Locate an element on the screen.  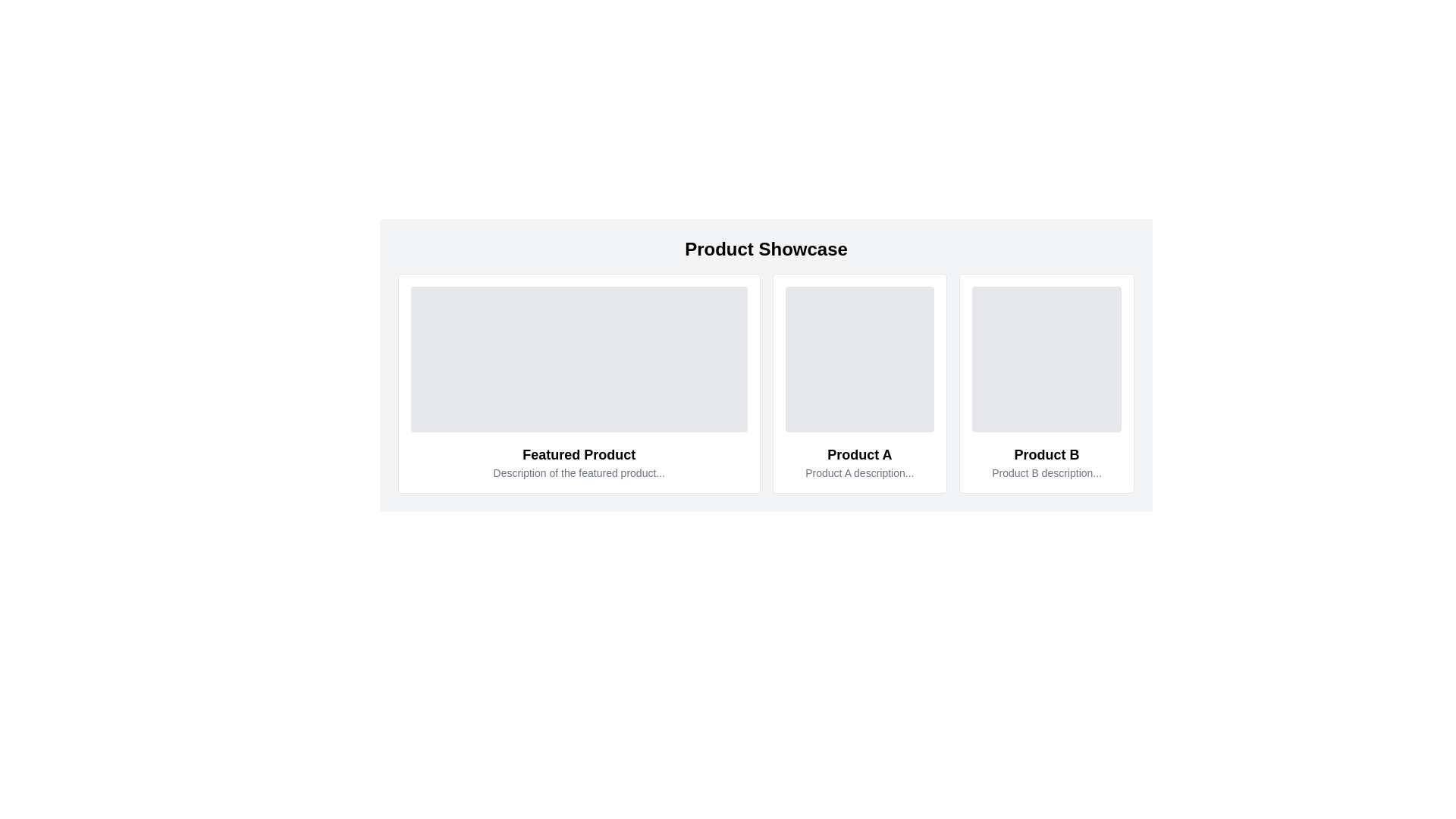
text element displaying 'Description of the featured product...' located below the heading in the 'Featured Product' section is located at coordinates (578, 472).